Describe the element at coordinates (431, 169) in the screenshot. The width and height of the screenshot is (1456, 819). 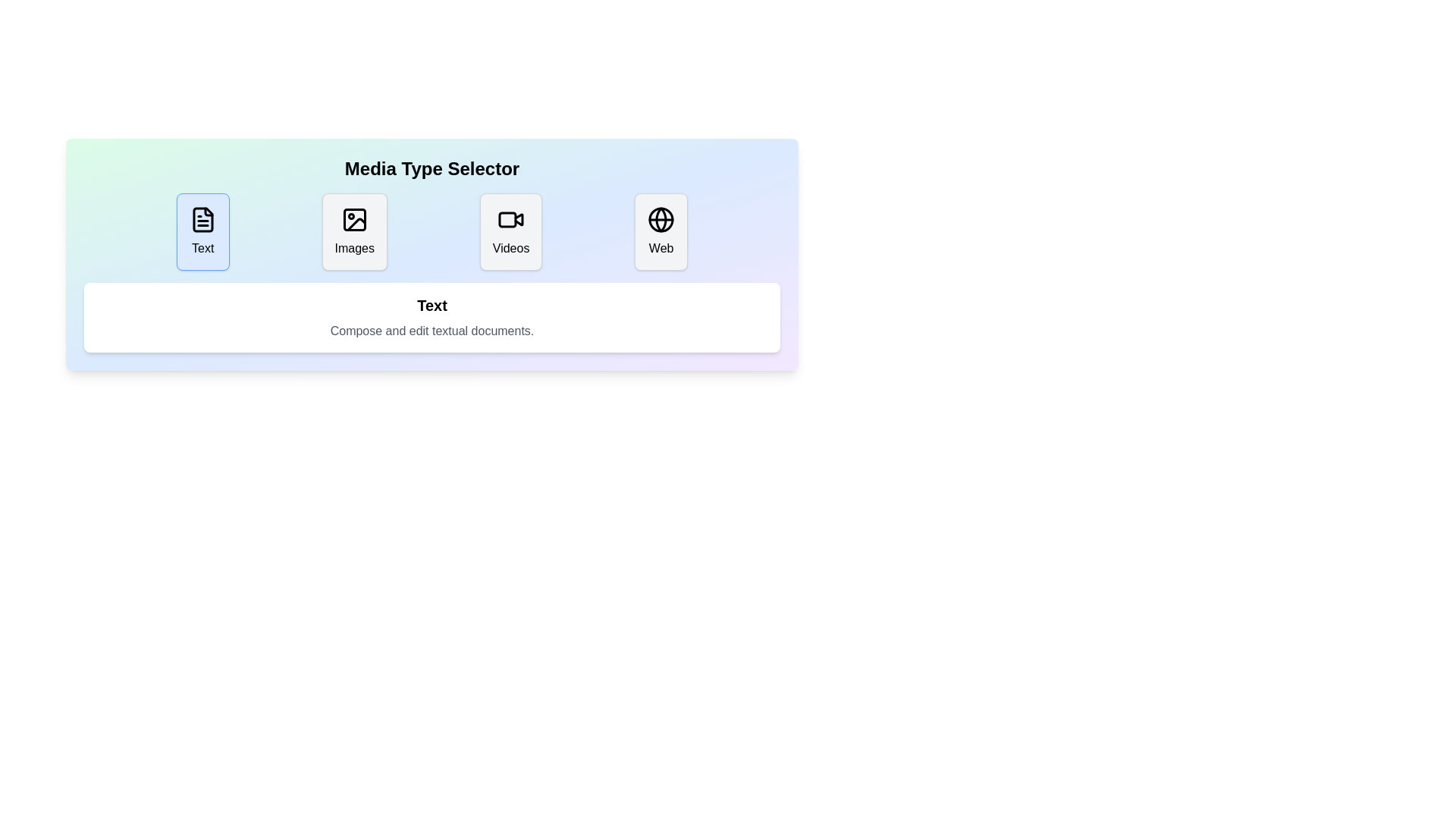
I see `the static text element that serves as a header indicating the purpose of selecting a media type, positioned above the interactive buttons` at that location.